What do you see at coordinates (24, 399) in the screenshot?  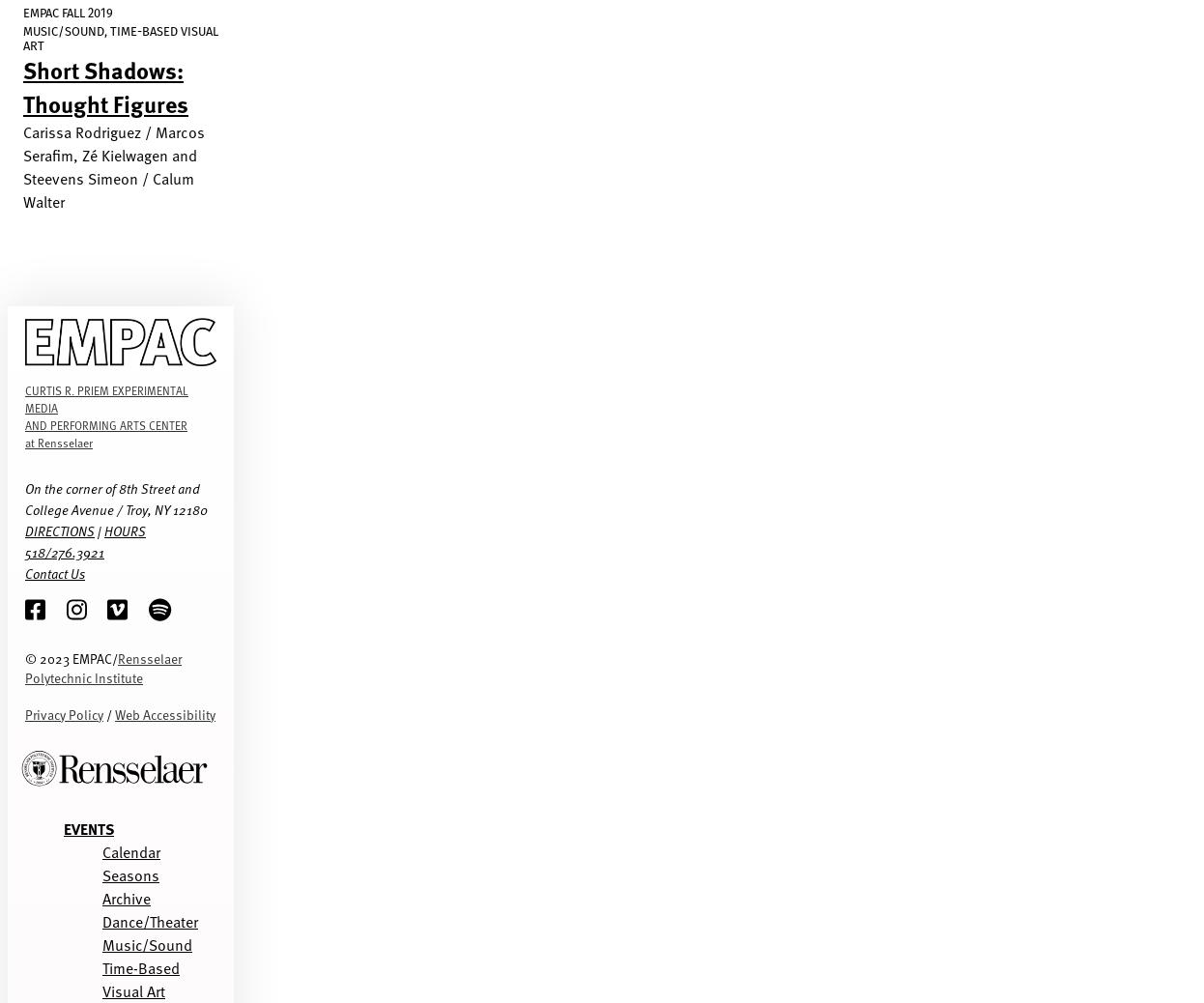 I see `'CURTIS R. PRIEM EXPERIMENTAL MEDIA'` at bounding box center [24, 399].